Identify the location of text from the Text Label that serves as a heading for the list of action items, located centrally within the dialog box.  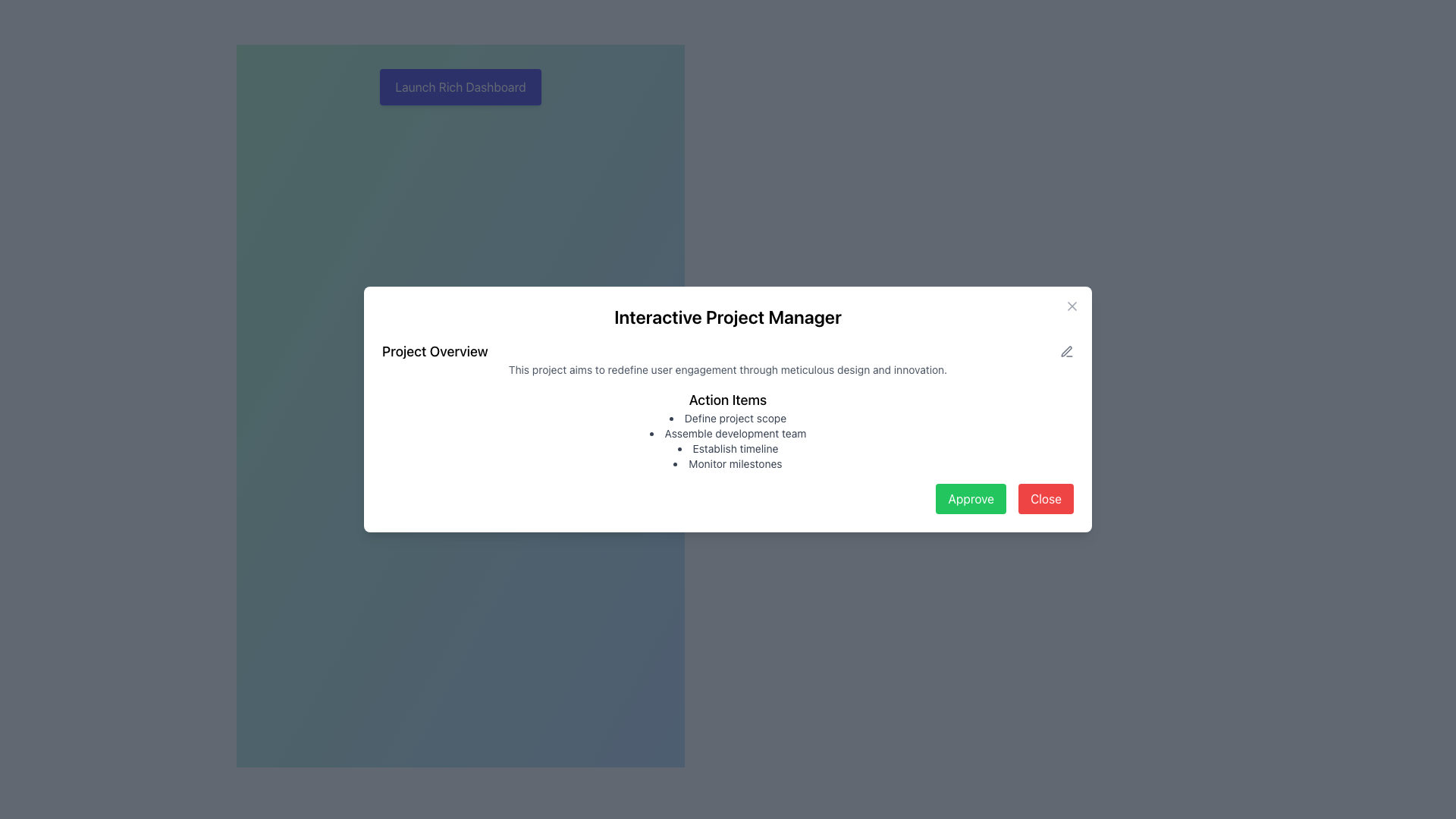
(728, 400).